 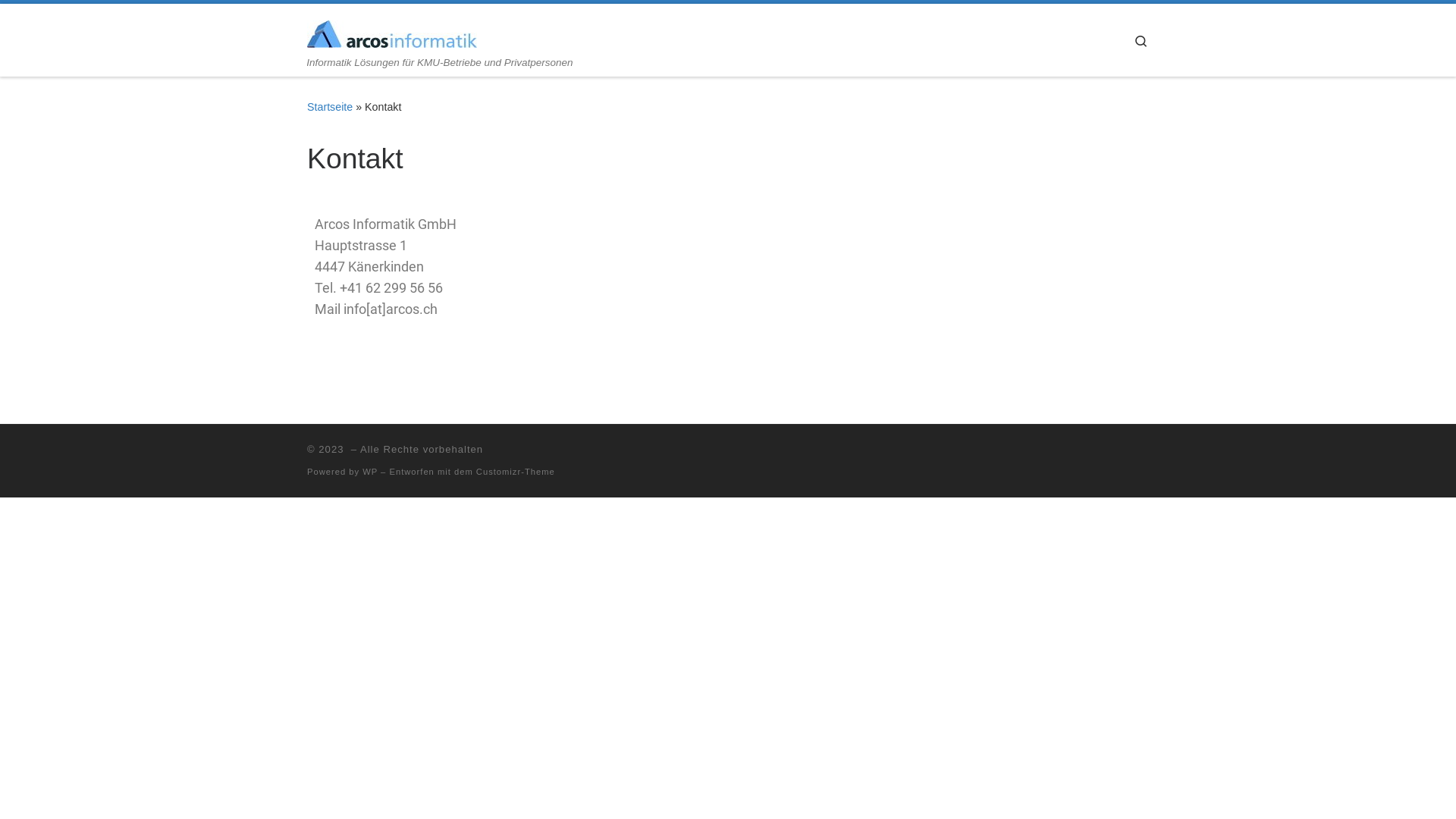 I want to click on 'Skip to content', so click(x=61, y=20).